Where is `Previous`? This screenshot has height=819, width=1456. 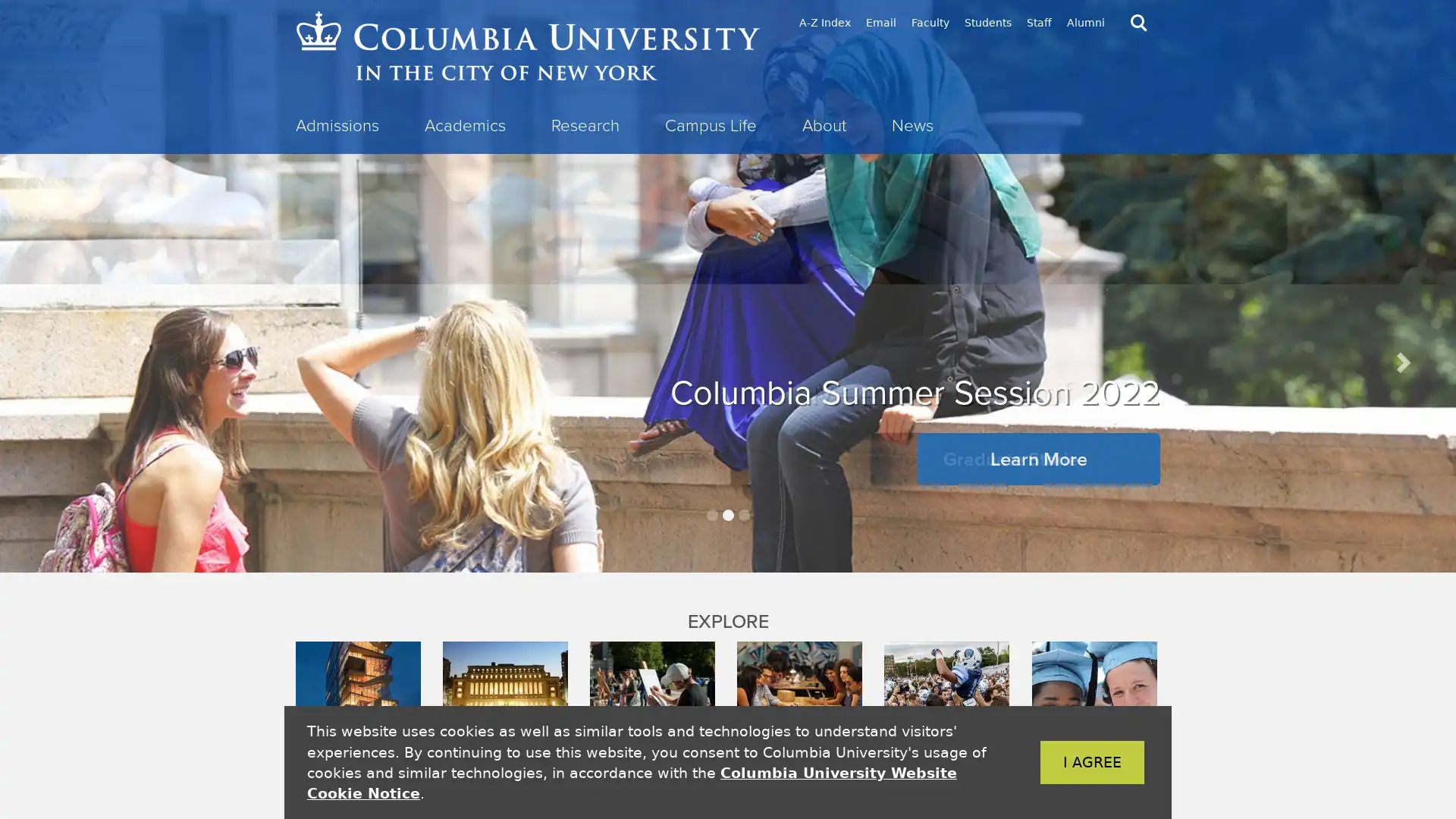 Previous is located at coordinates (54, 362).